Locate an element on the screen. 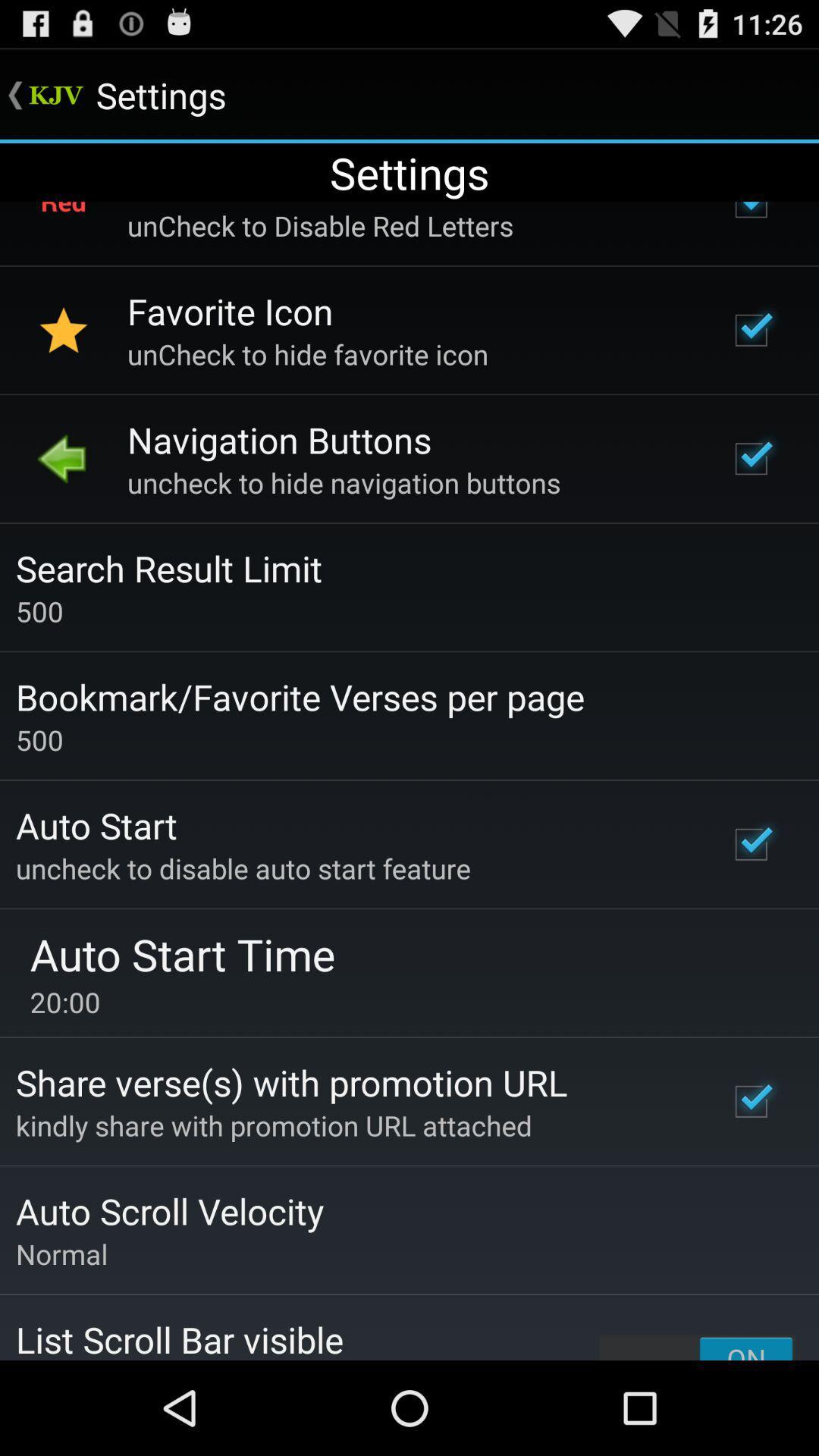 The image size is (819, 1456). the star icon on the web page is located at coordinates (63, 330).